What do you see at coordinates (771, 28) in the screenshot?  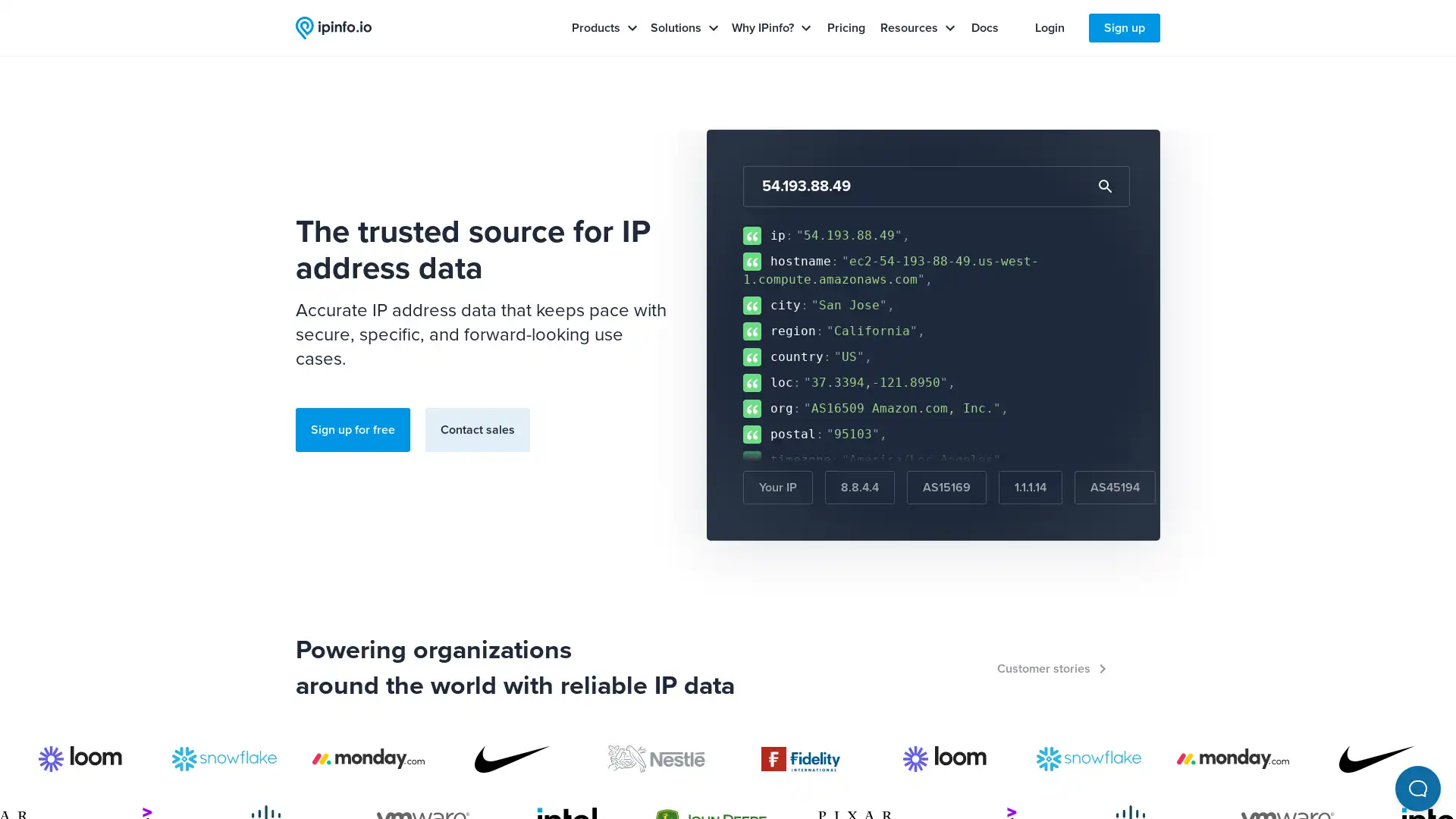 I see `Why IPinfo?` at bounding box center [771, 28].